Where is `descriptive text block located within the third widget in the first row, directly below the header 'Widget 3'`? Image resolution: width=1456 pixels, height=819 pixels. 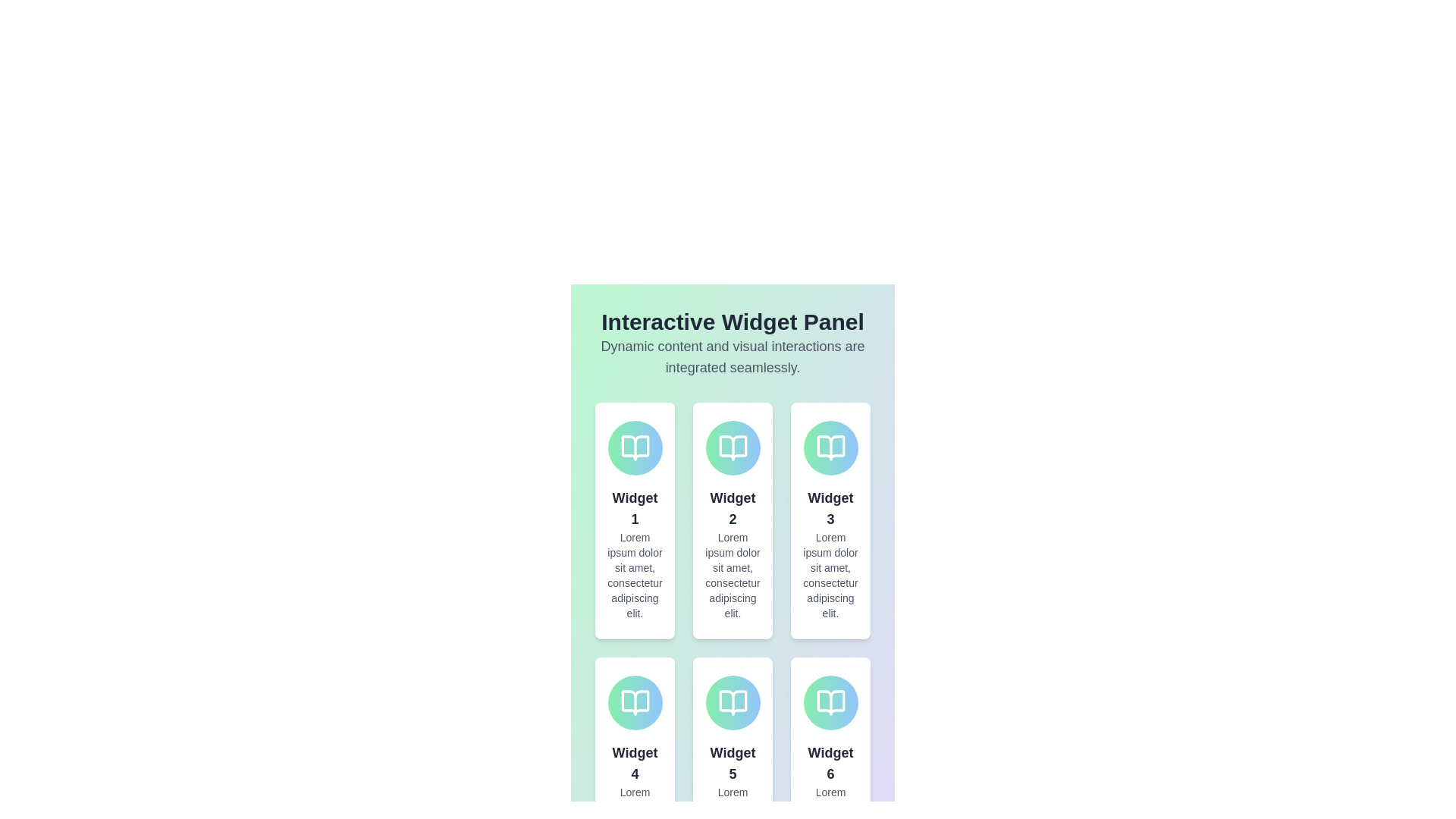 descriptive text block located within the third widget in the first row, directly below the header 'Widget 3' is located at coordinates (830, 576).